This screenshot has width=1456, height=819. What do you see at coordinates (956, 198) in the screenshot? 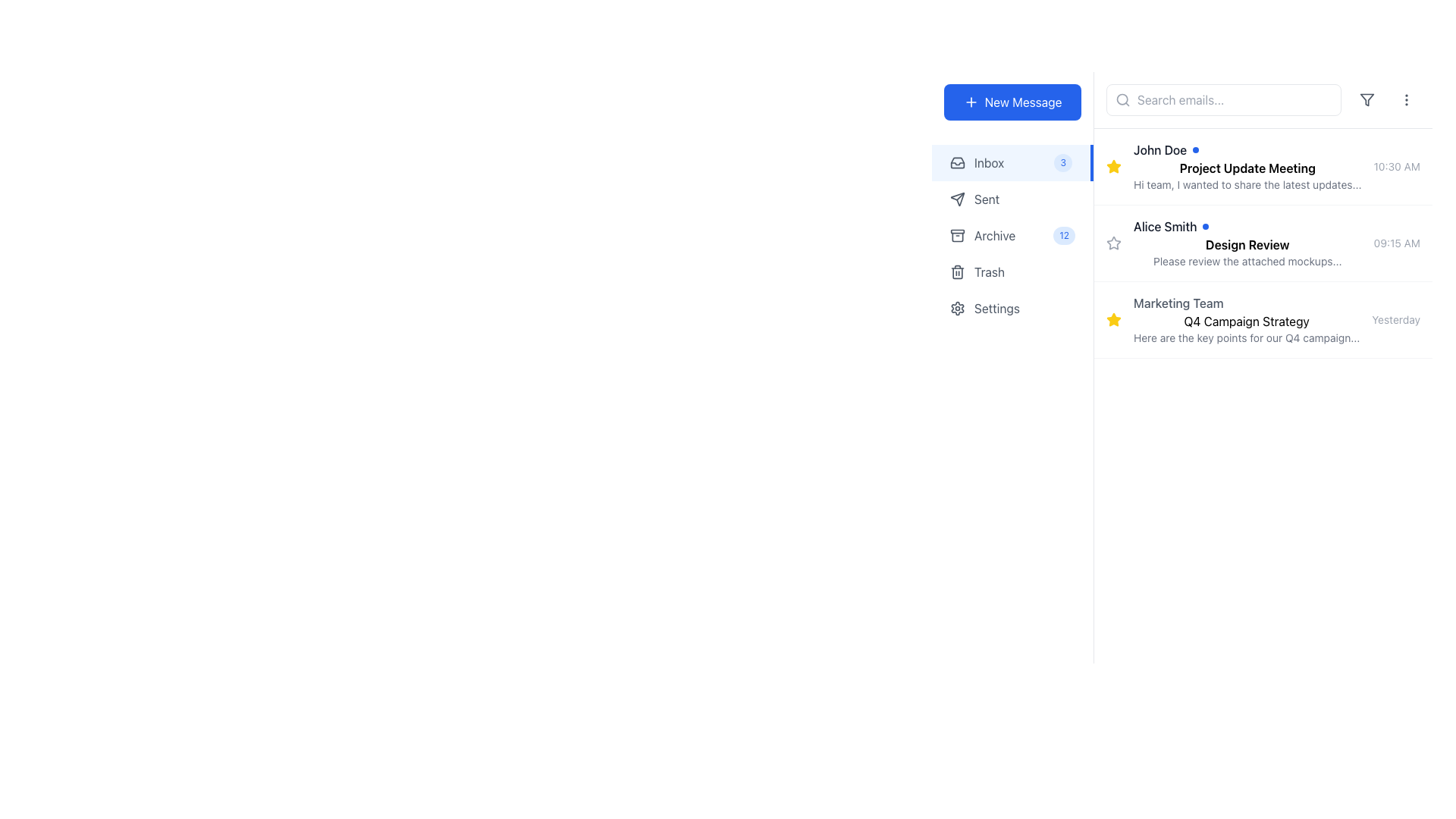
I see `the 'Sent' icon in the sidebar menu, which is located next to the text label 'Sent'` at bounding box center [956, 198].